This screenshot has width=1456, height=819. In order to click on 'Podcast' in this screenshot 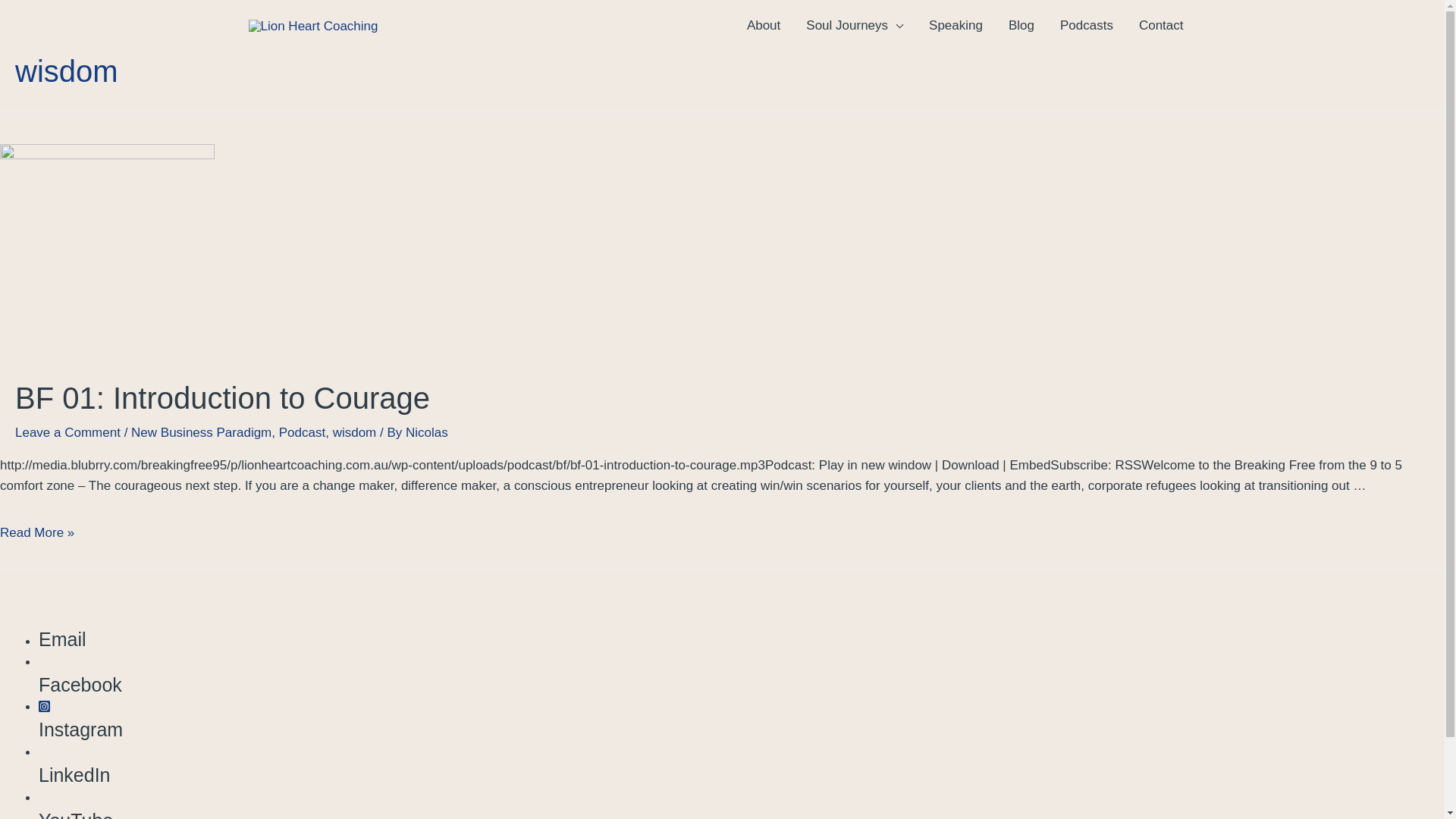, I will do `click(279, 432)`.